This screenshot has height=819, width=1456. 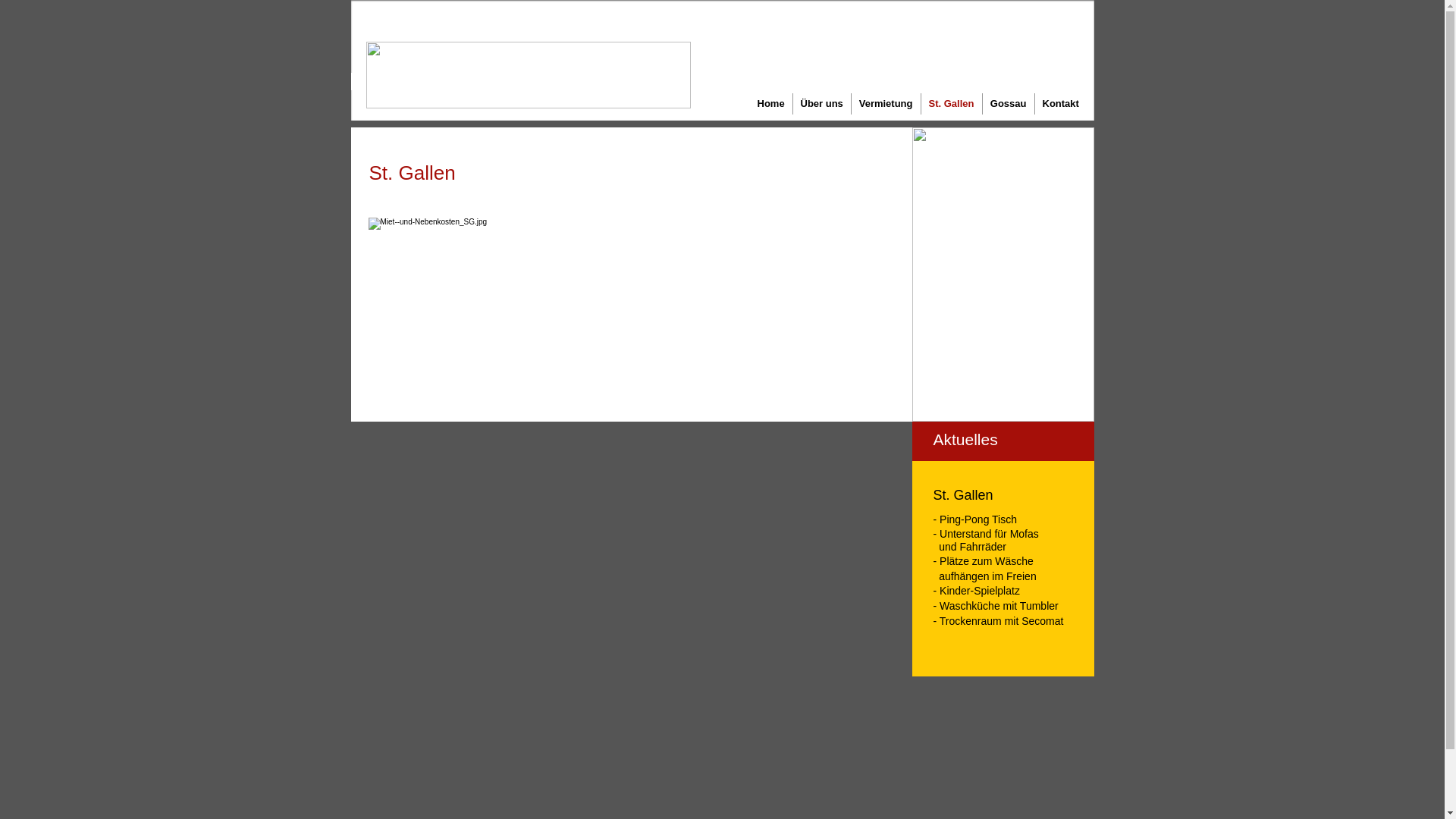 I want to click on 'Home', so click(x=770, y=103).